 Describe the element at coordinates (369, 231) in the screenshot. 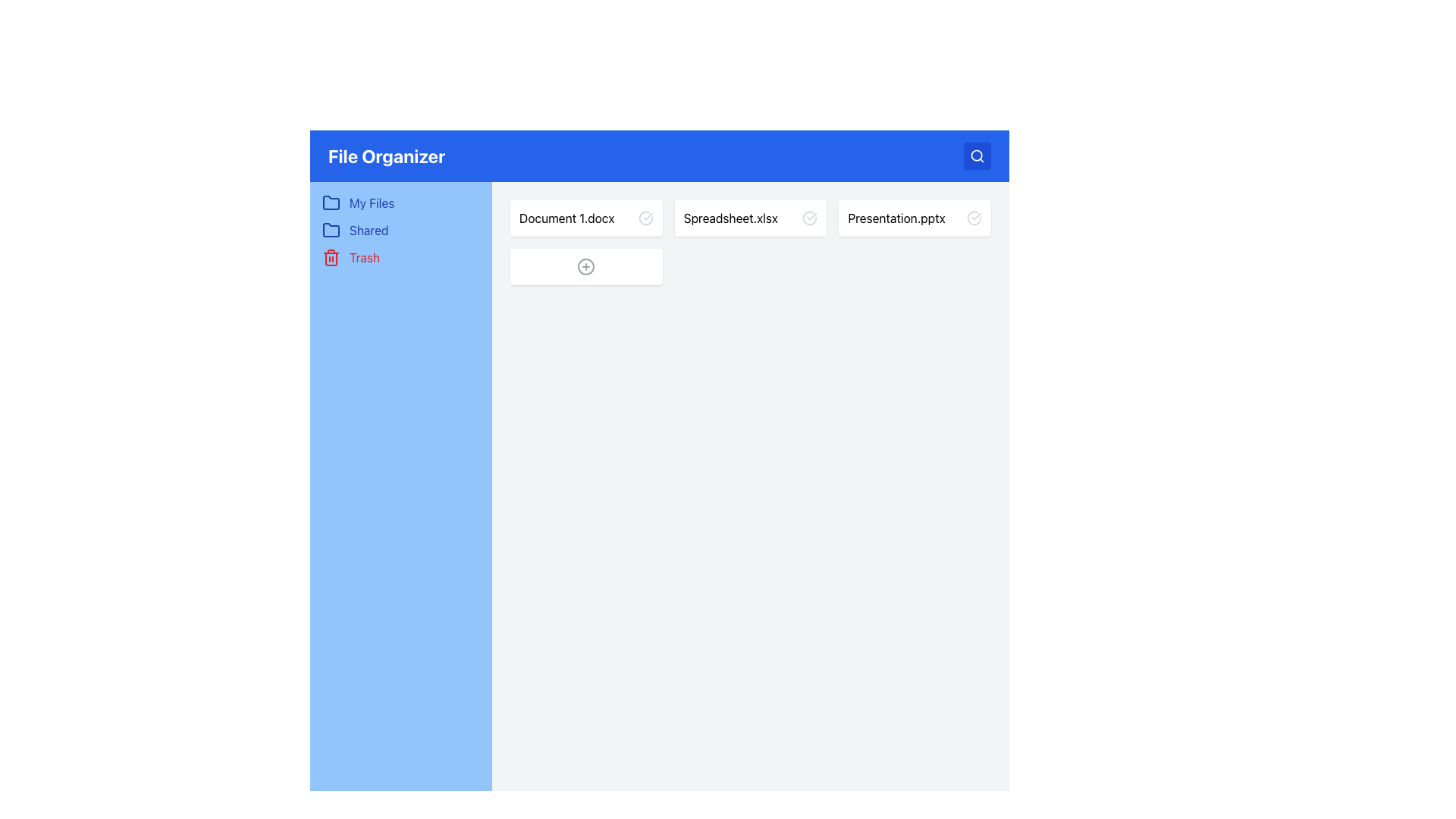

I see `the 'Shared' folder label, which is the second item in the vertical list under 'File Organizer'` at that location.